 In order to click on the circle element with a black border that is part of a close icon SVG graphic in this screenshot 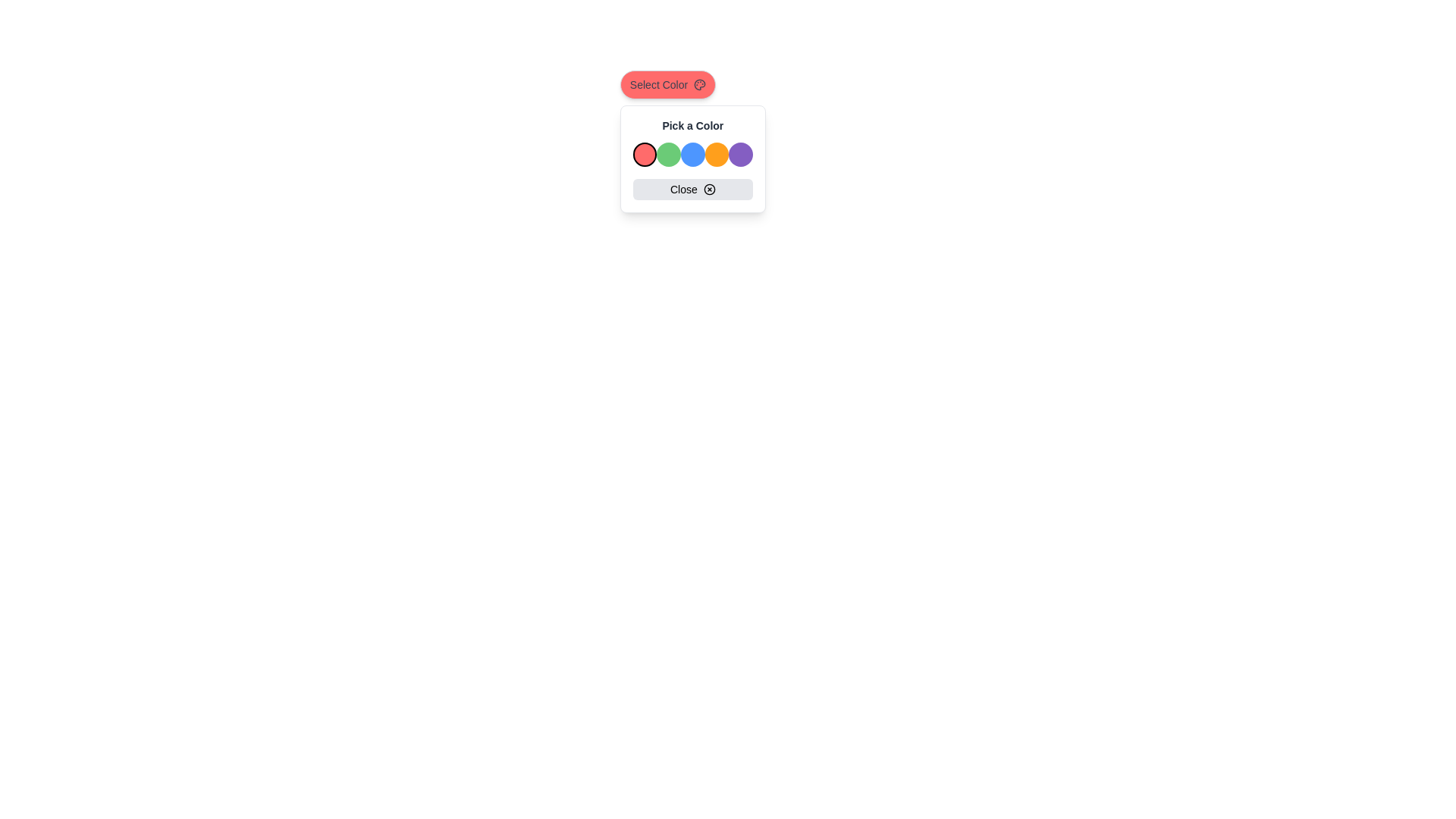, I will do `click(708, 189)`.